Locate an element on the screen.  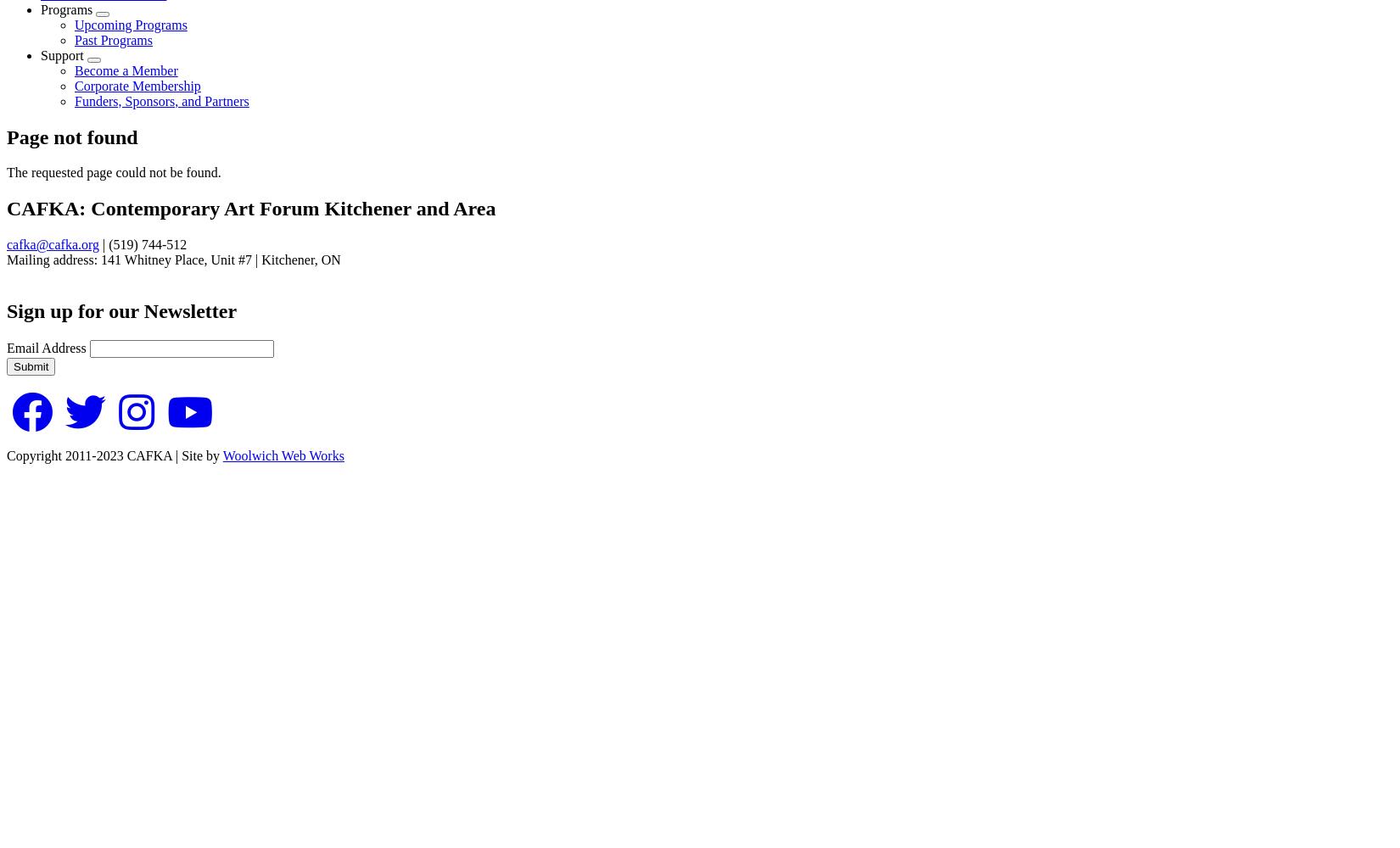
'Upcoming Programs' is located at coordinates (130, 24).